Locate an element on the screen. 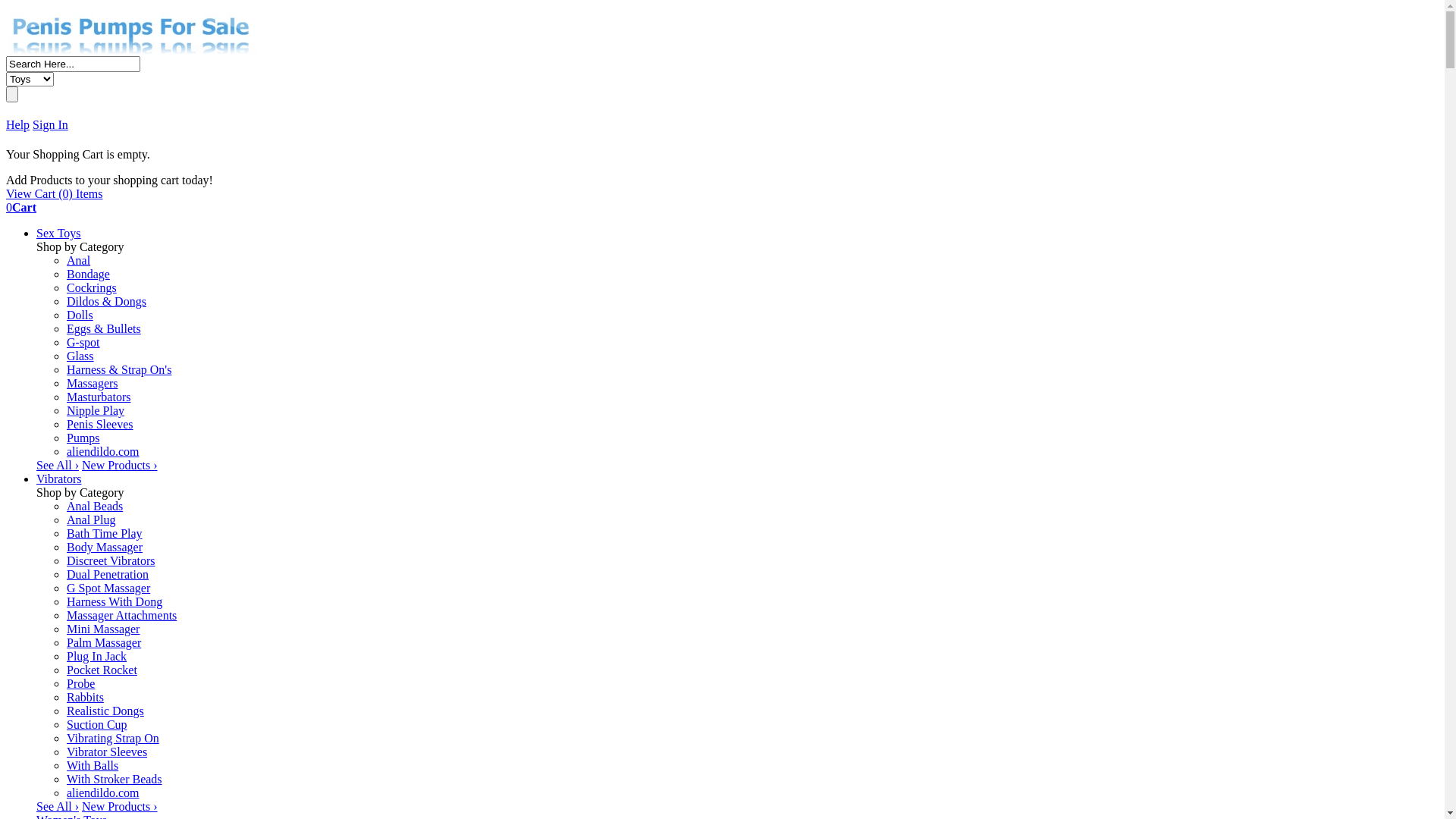  'aliendildo.com' is located at coordinates (102, 792).